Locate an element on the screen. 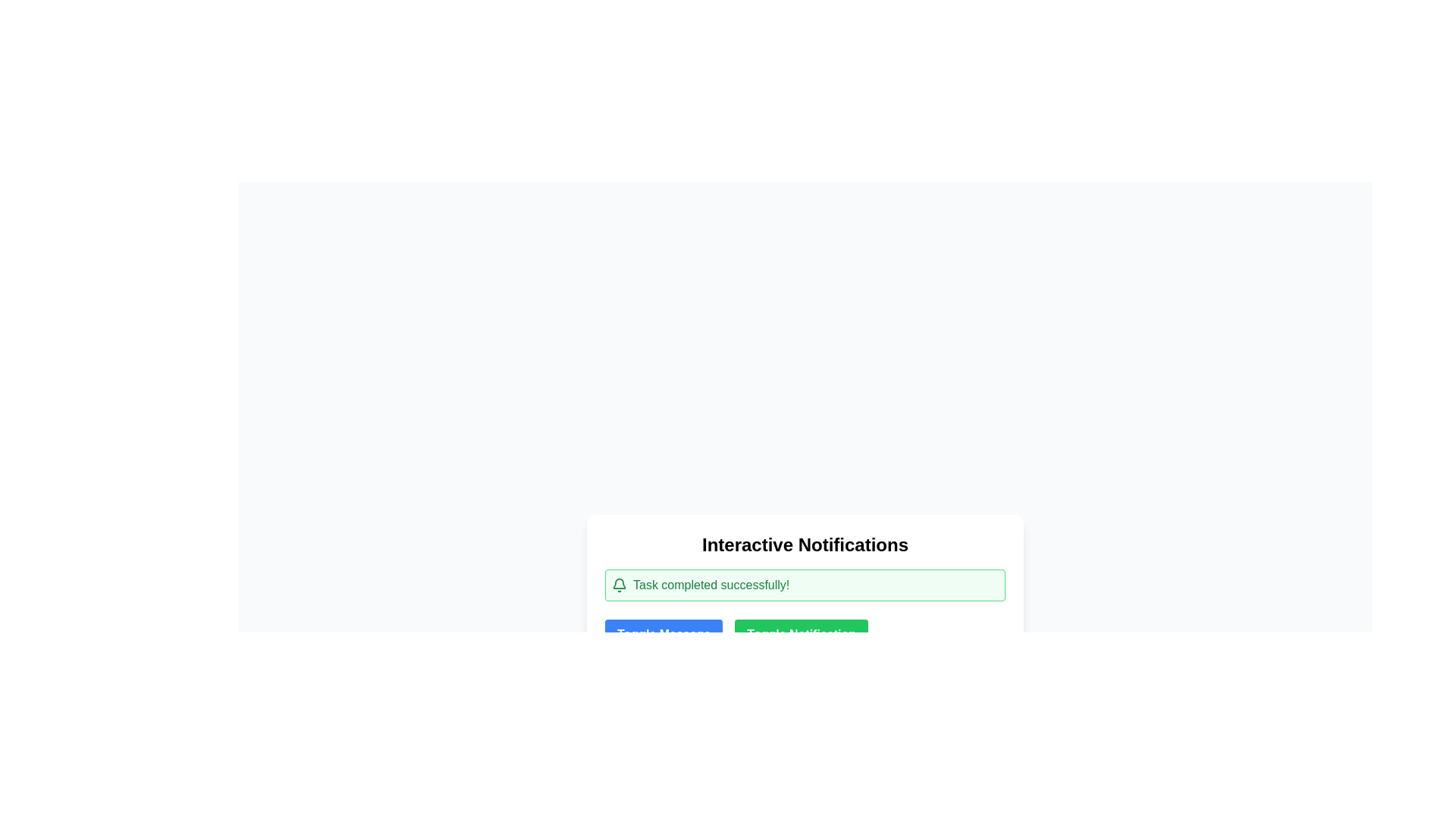 The height and width of the screenshot is (819, 1456). the button with a green background and white text labeled 'Toggle Notification' is located at coordinates (801, 635).